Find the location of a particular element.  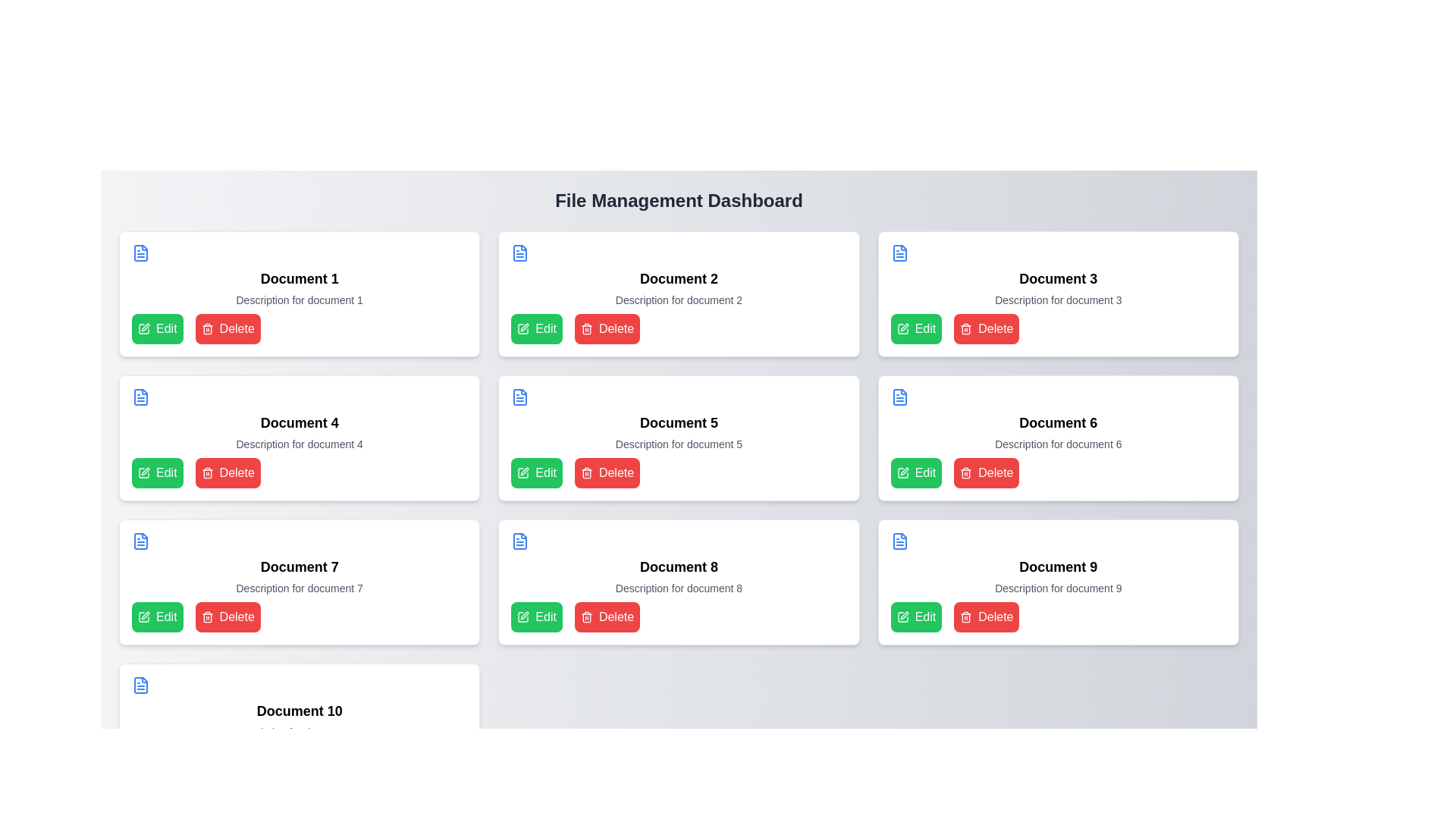

the SVG-based icon representing 'Document 4' located in the second tile of the second column within the displayed grid layout is located at coordinates (141, 397).